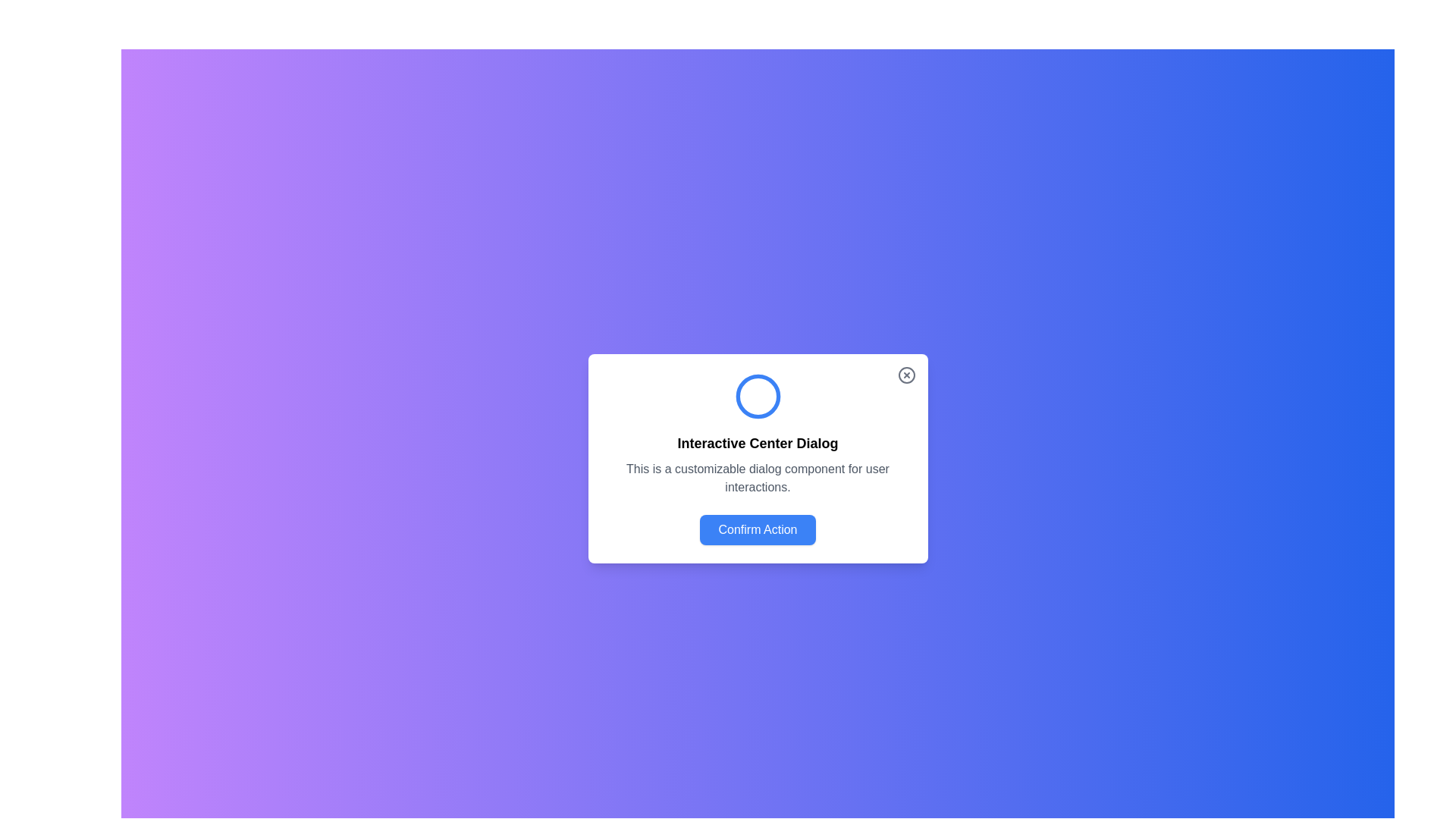  What do you see at coordinates (906, 375) in the screenshot?
I see `the circular graphical component within the SVG, located at the upper-right corner of the dialog box` at bounding box center [906, 375].